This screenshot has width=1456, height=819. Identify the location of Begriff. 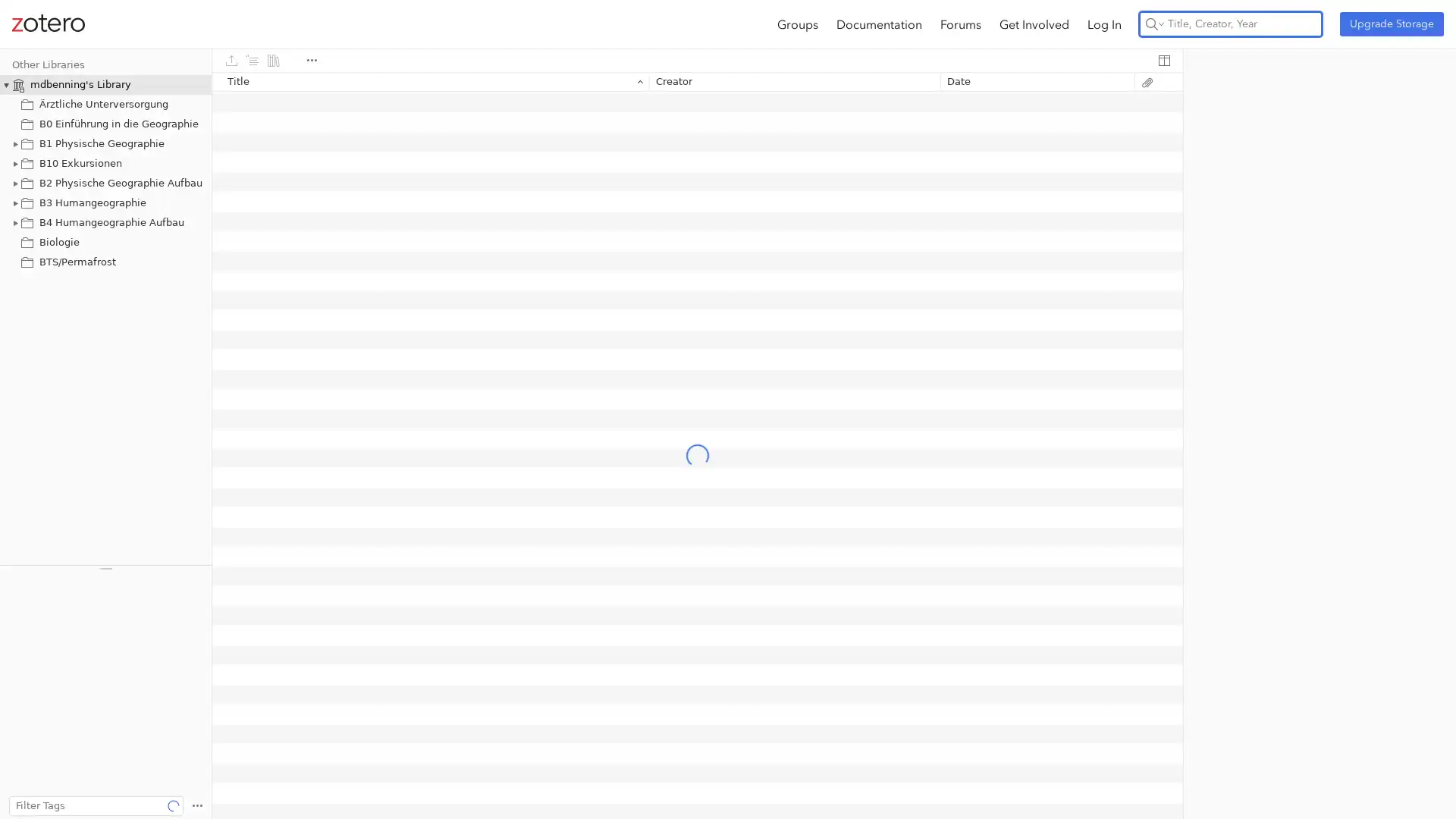
(168, 601).